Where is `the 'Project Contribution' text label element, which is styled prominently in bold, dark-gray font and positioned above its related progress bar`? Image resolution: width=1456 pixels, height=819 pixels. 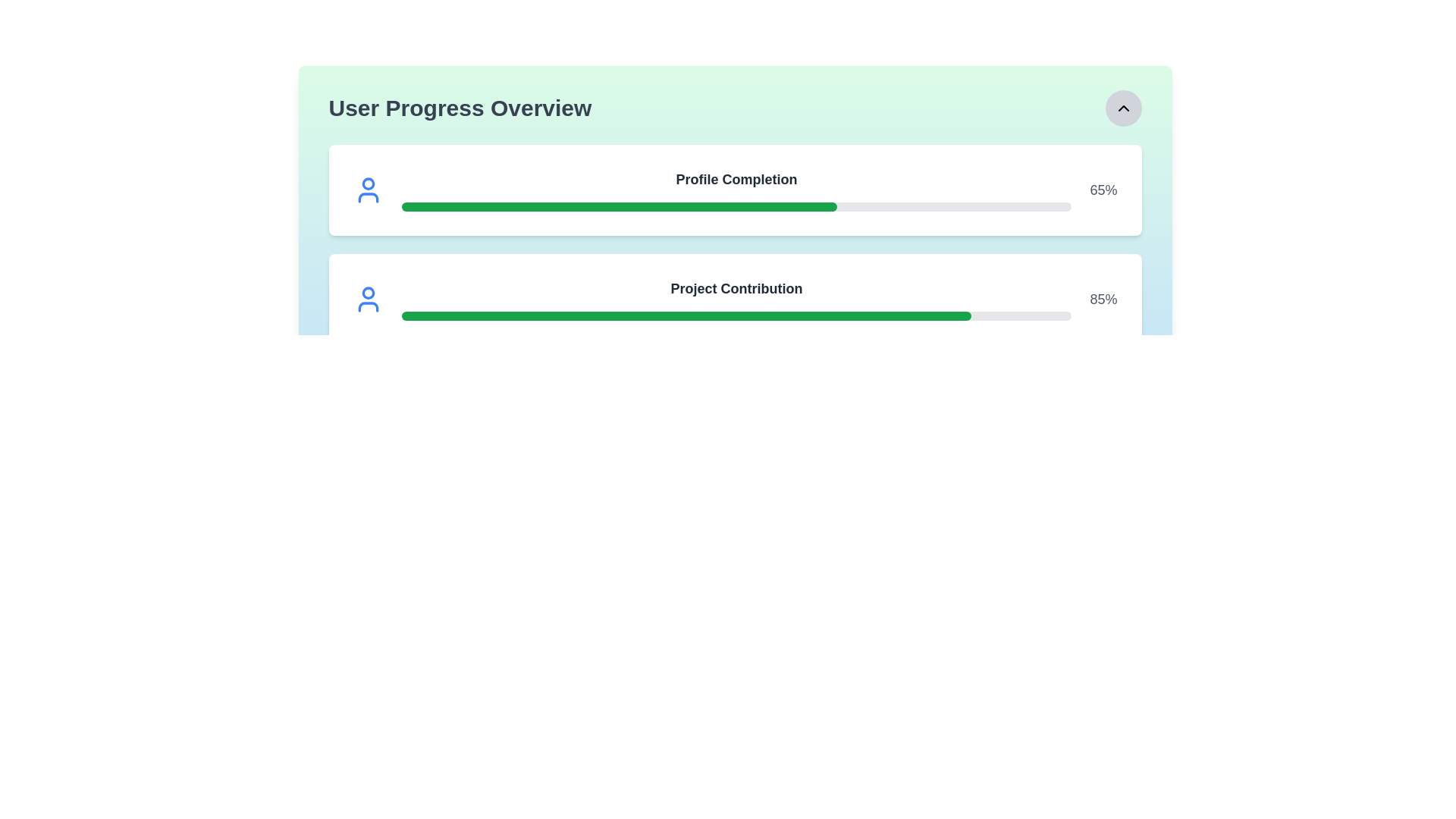
the 'Project Contribution' text label element, which is styled prominently in bold, dark-gray font and positioned above its related progress bar is located at coordinates (736, 289).